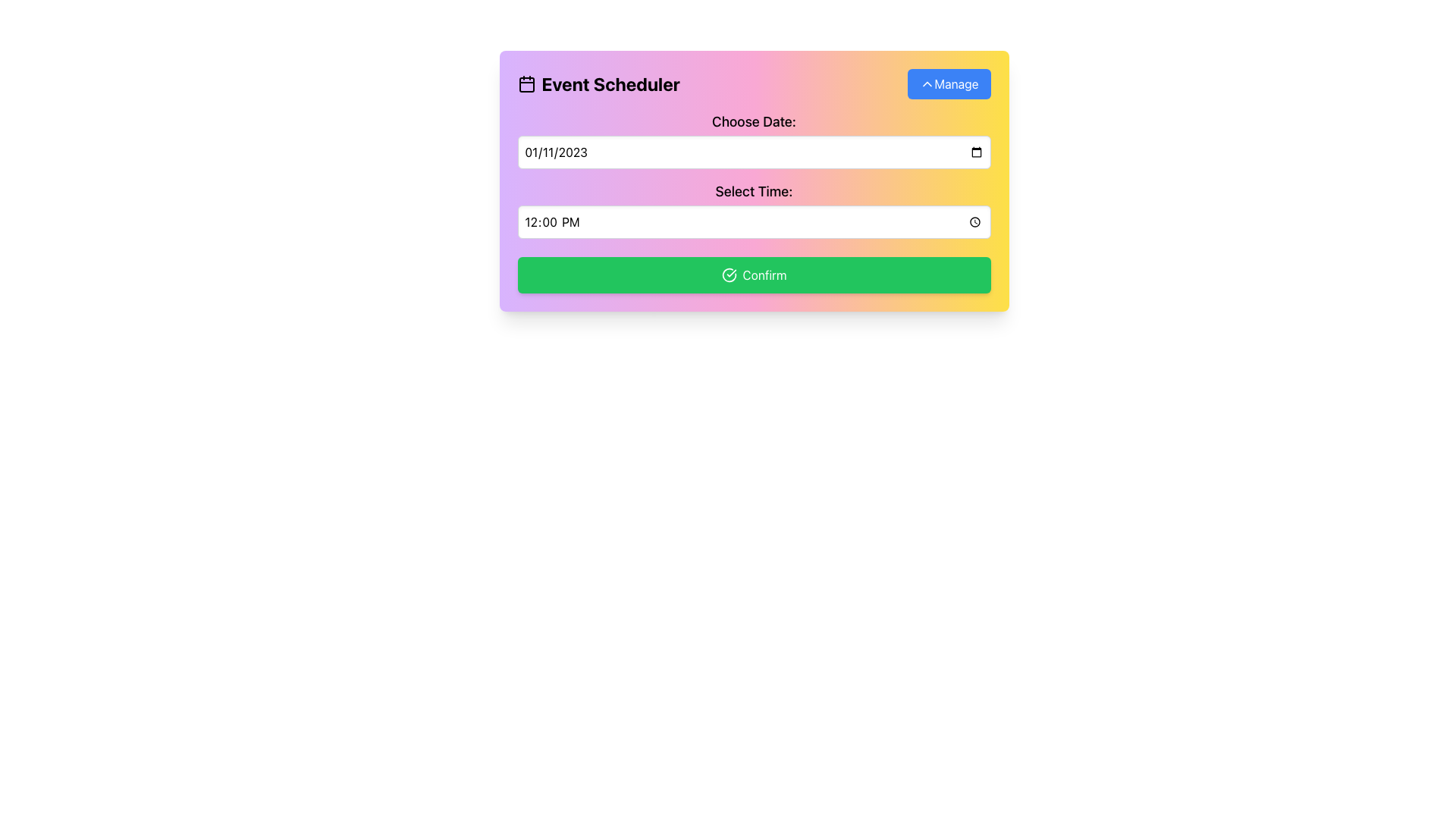 This screenshot has height=819, width=1456. I want to click on the calendar icon in the Date Picker Input located in the 'Choose Date: Select Time:' component, so click(754, 140).